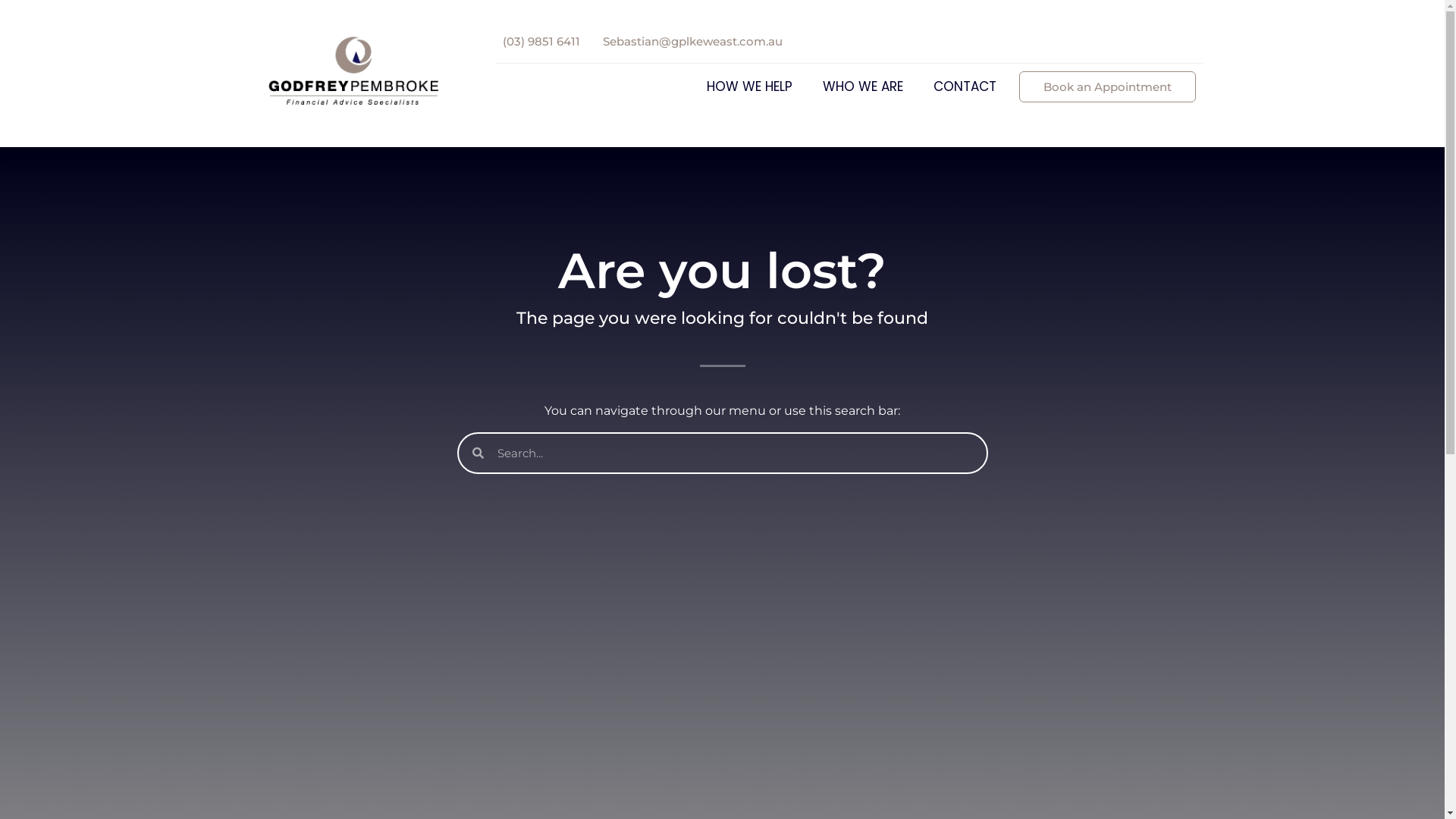 The image size is (1456, 819). I want to click on 'Sebastian@gplkeweast.com.au', so click(691, 40).